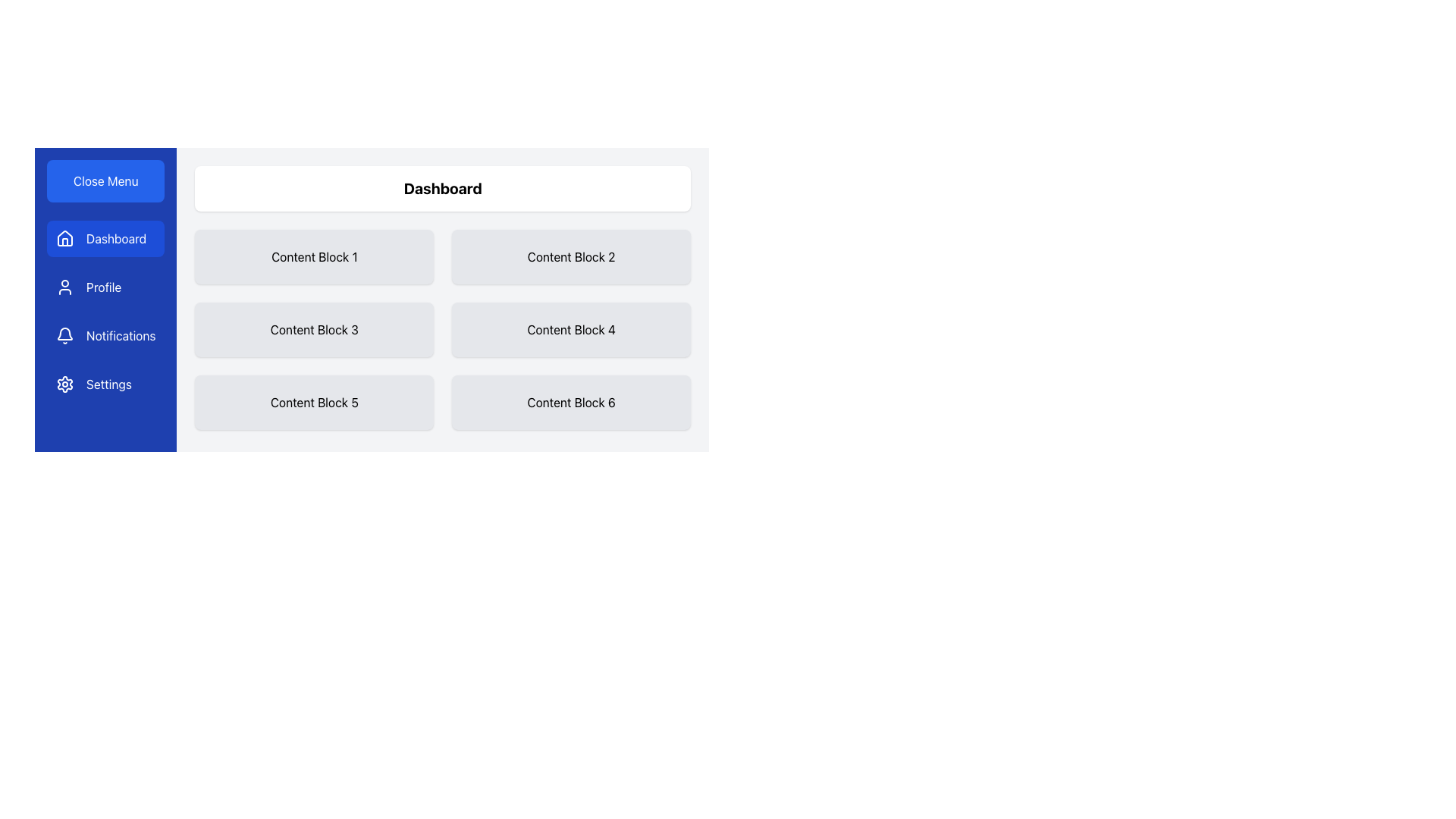 The width and height of the screenshot is (1456, 819). What do you see at coordinates (105, 287) in the screenshot?
I see `the Profile navigation button located on the left navigation bar, specifically the second option from the top` at bounding box center [105, 287].